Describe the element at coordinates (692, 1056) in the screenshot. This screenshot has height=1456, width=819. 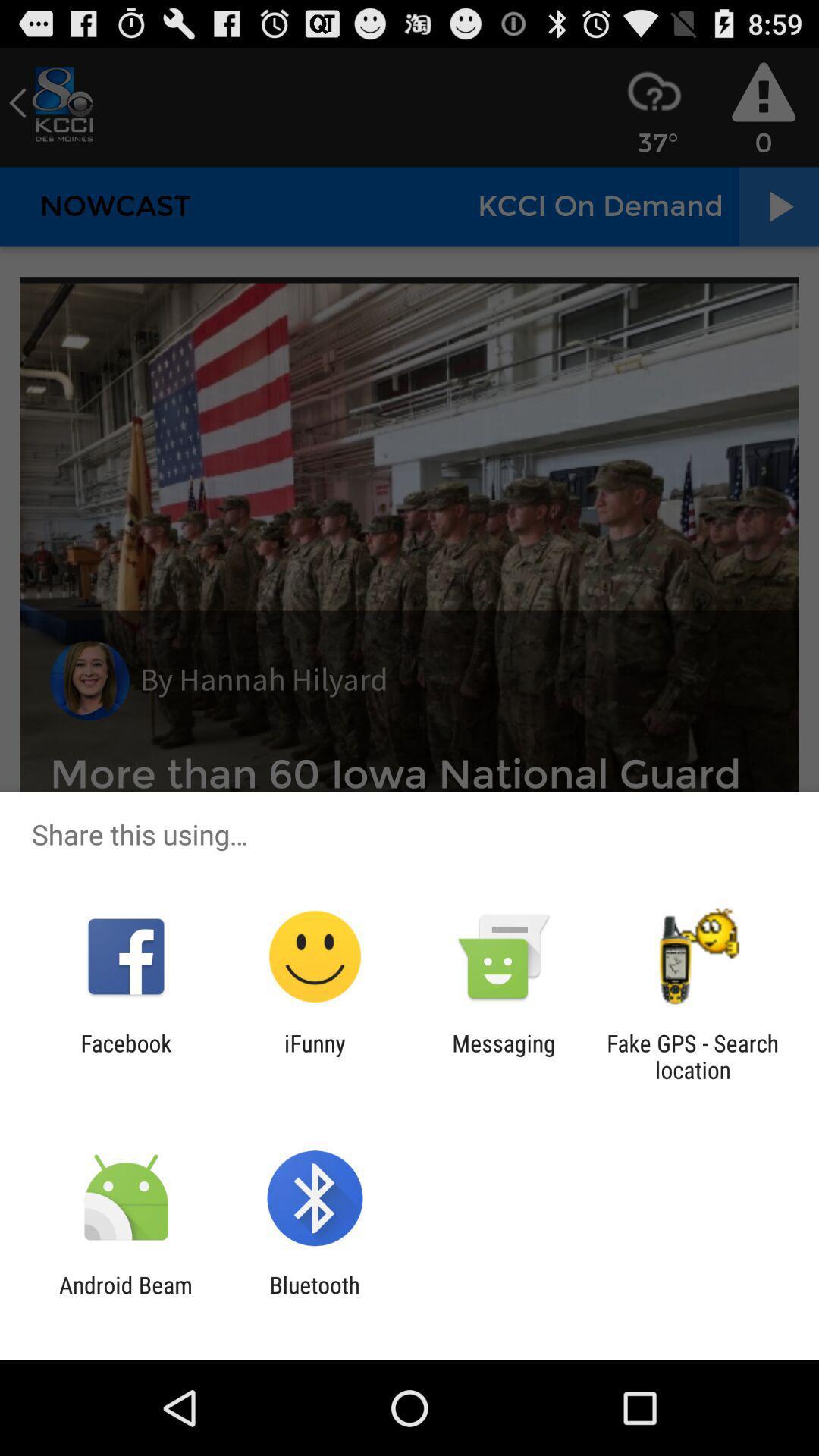
I see `the fake gps search item` at that location.